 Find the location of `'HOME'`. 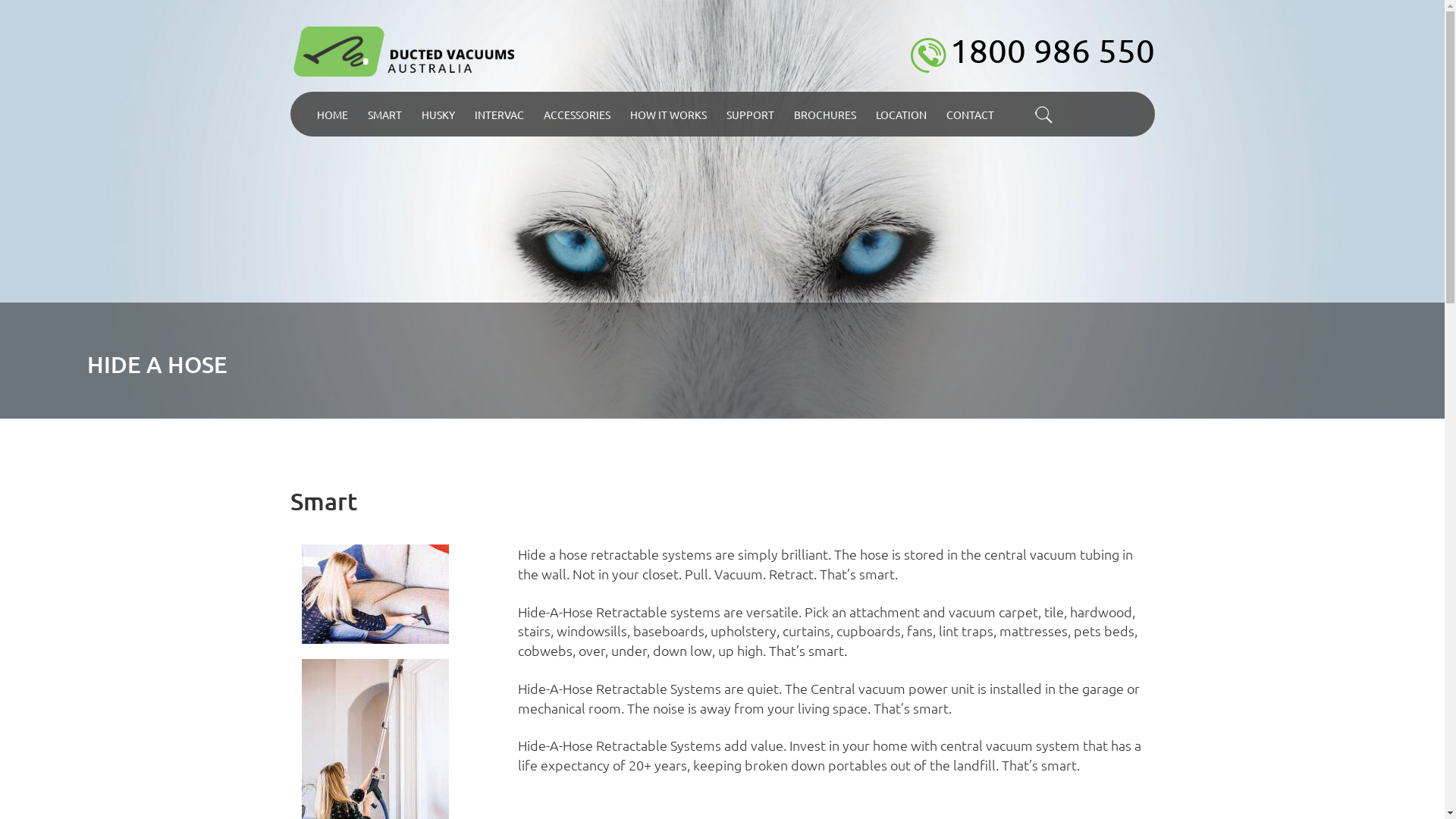

'HOME' is located at coordinates (331, 113).